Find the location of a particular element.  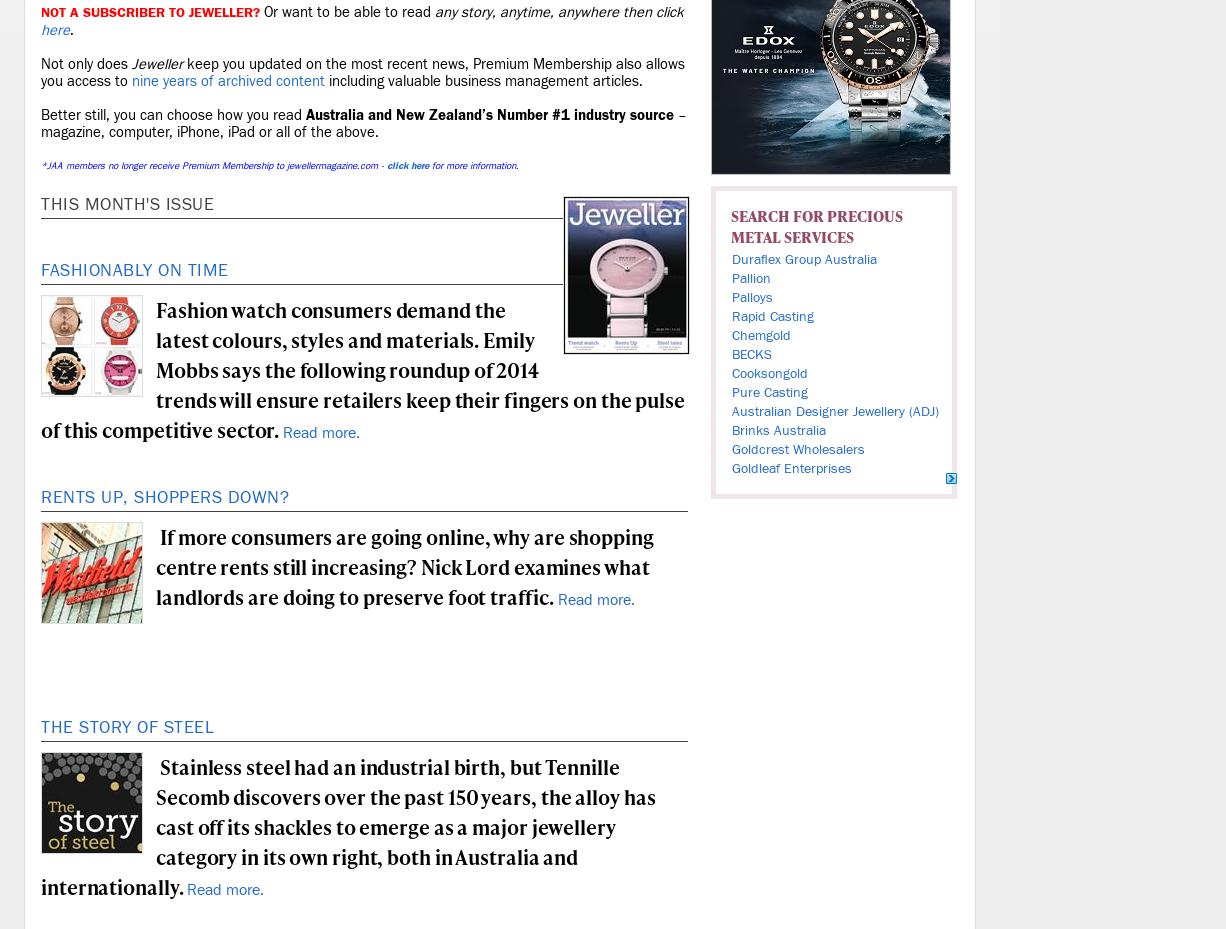

'Search for' is located at coordinates (729, 214).